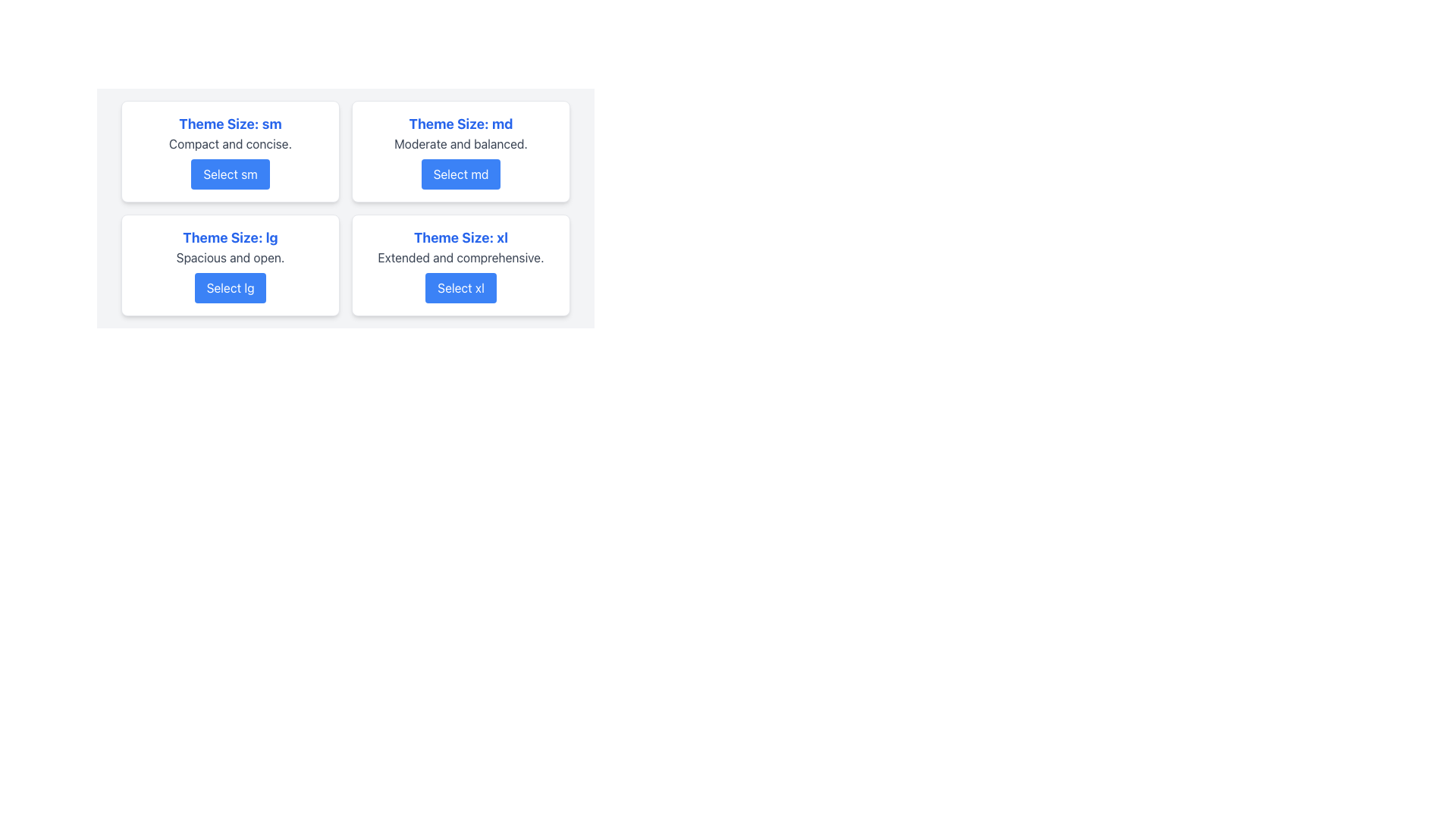 The image size is (1456, 819). I want to click on the Text Label displaying 'Moderate and balanced.' which is located in the center of the second card in the first row, beneath the header 'Theme Size: md', so click(460, 143).